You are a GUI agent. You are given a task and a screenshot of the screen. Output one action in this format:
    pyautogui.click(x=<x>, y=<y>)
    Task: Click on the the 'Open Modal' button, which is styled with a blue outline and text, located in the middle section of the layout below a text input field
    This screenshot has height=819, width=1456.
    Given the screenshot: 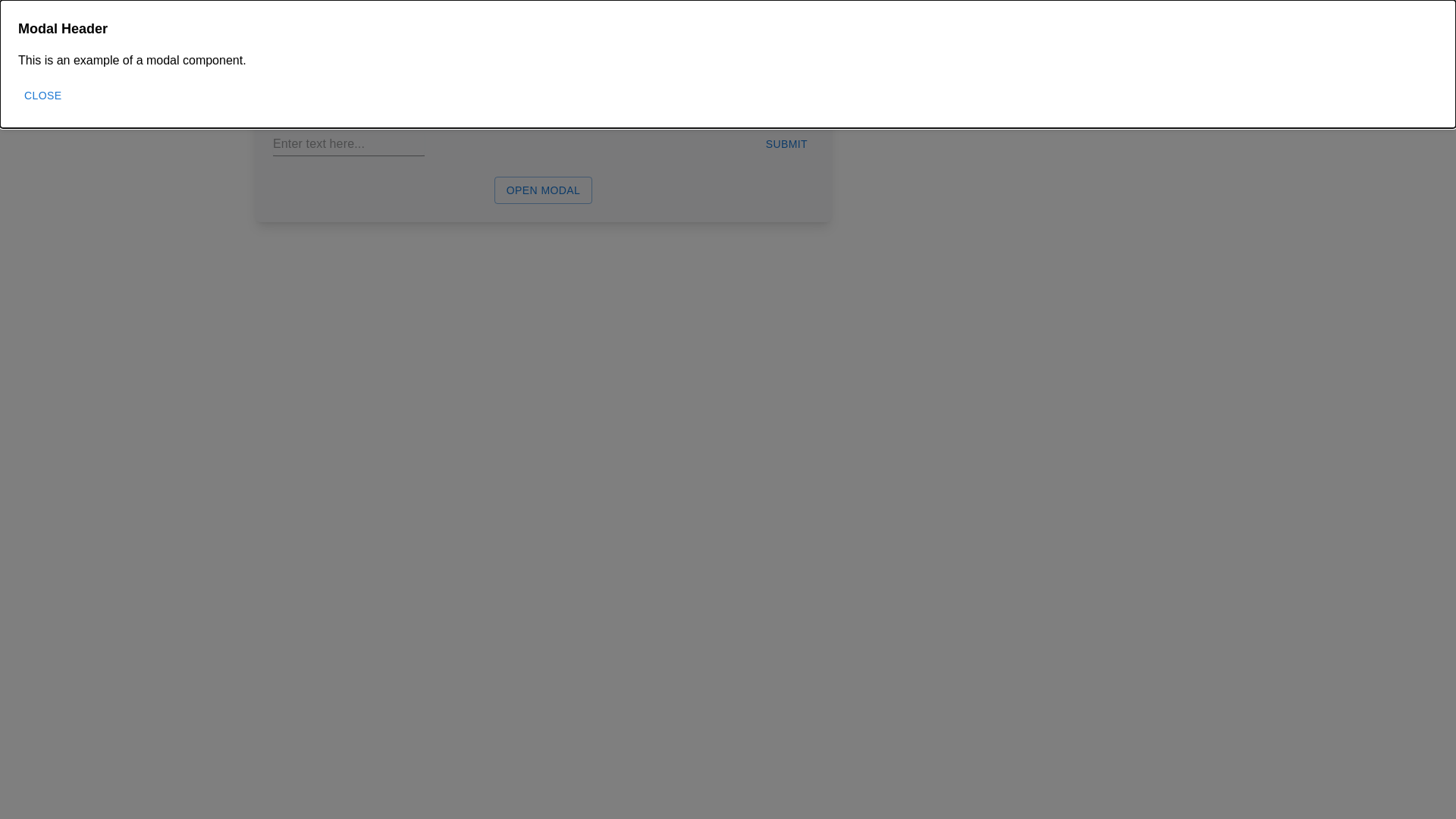 What is the action you would take?
    pyautogui.click(x=543, y=189)
    